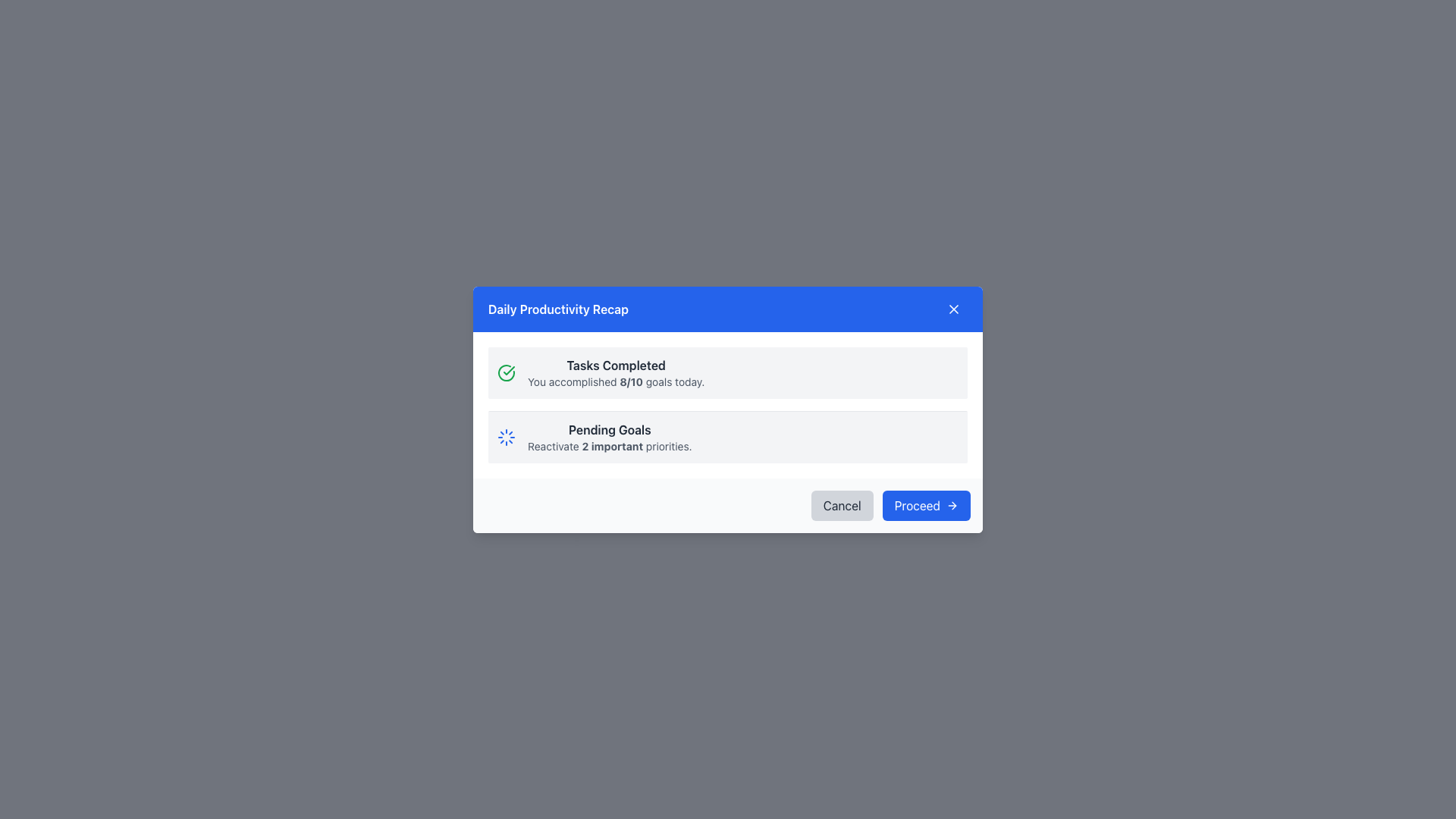 This screenshot has width=1456, height=819. I want to click on the Informational display box that shows feedback about completed goals, positioned above the 'Pending Goals' section, so click(728, 372).